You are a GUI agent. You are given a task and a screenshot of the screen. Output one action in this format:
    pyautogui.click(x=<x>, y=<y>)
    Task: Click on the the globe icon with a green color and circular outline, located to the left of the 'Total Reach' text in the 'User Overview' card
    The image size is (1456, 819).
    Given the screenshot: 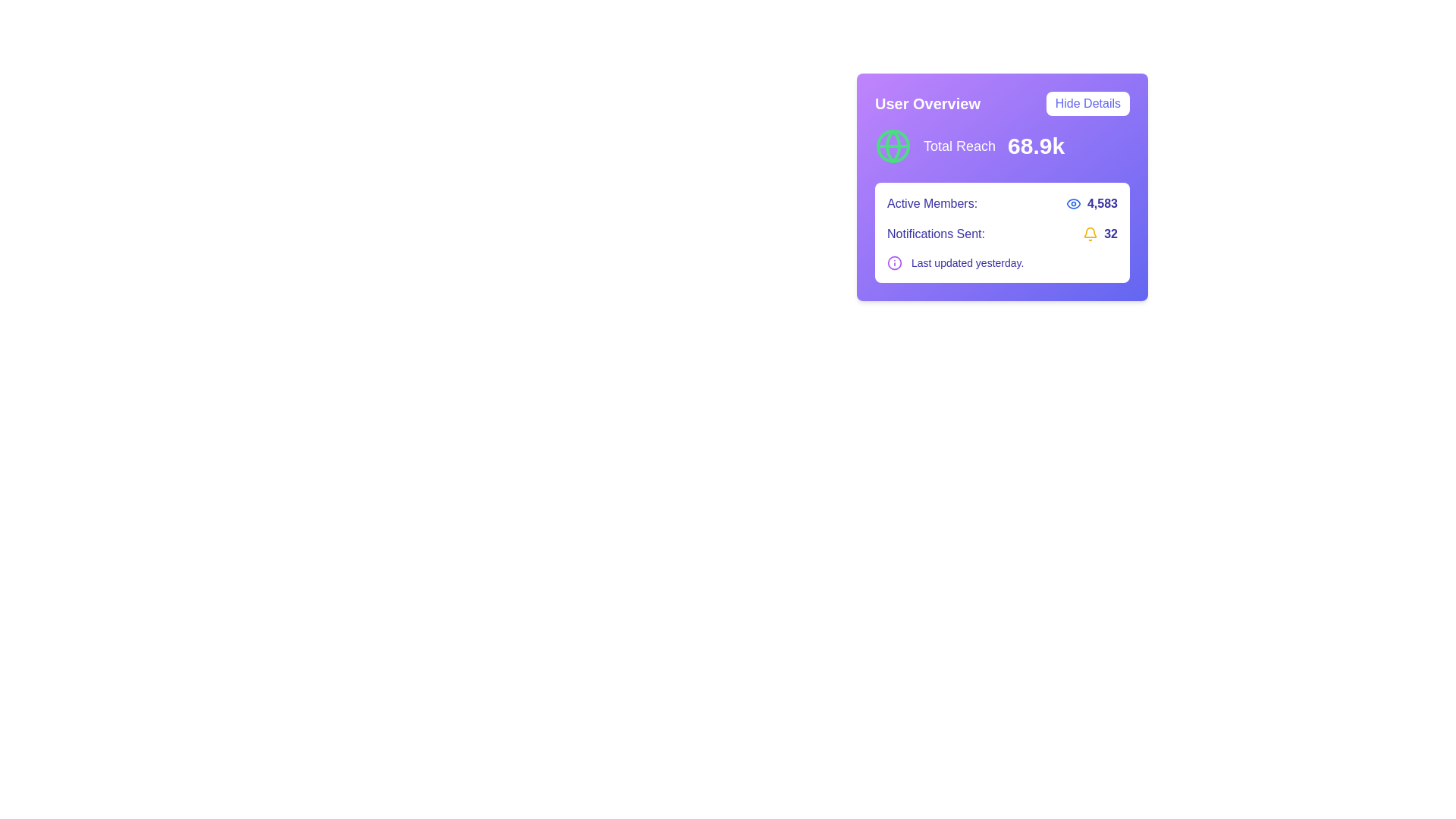 What is the action you would take?
    pyautogui.click(x=893, y=146)
    